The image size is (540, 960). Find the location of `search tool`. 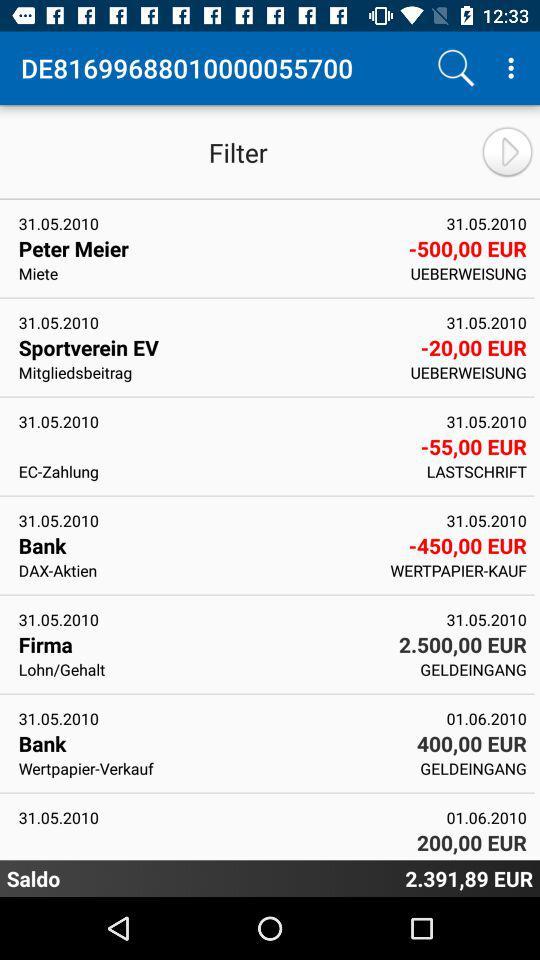

search tool is located at coordinates (455, 68).